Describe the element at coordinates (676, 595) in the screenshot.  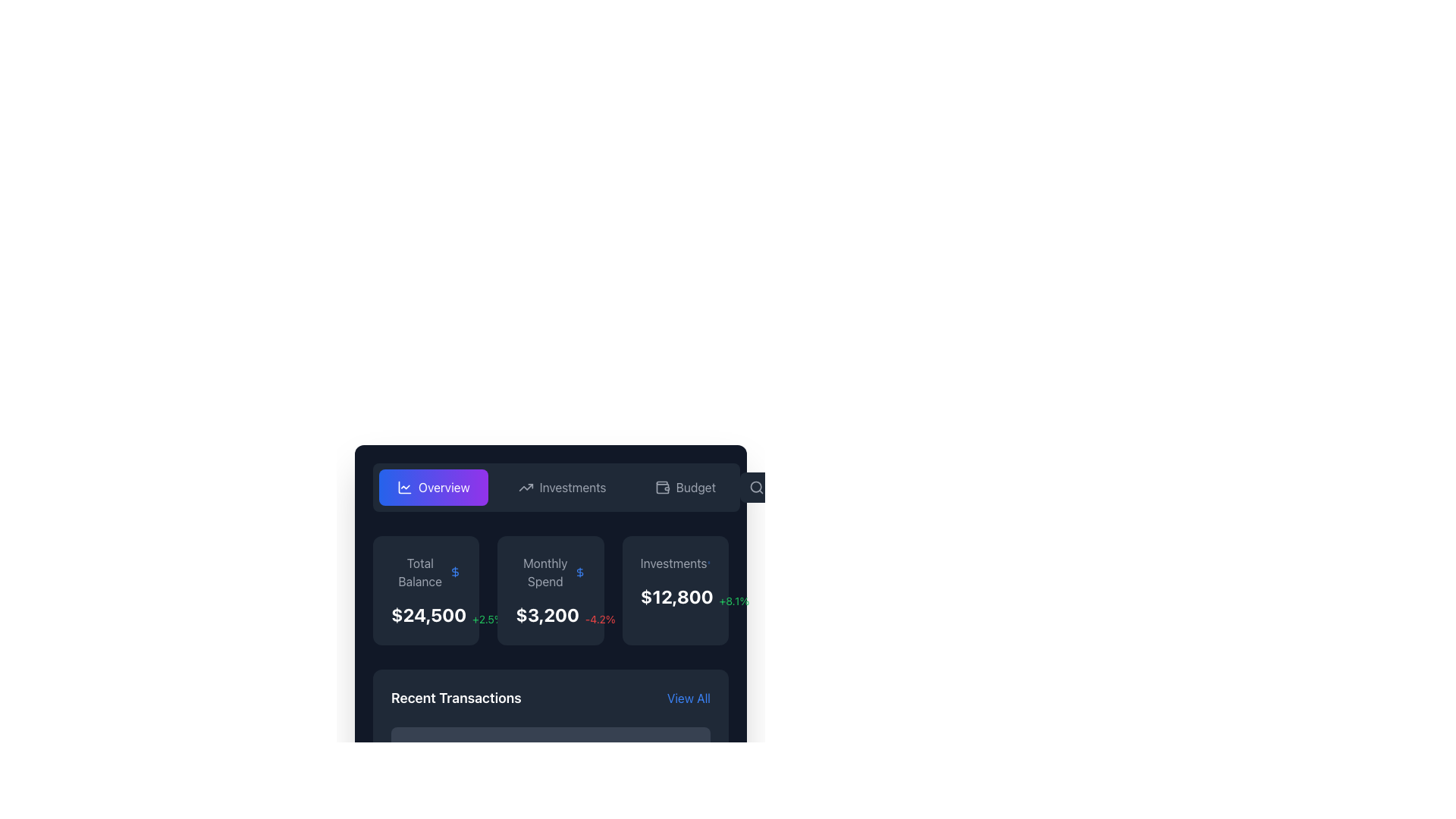
I see `the text element displaying '$12,800' in a bold, large font on the 'Investments' card` at that location.